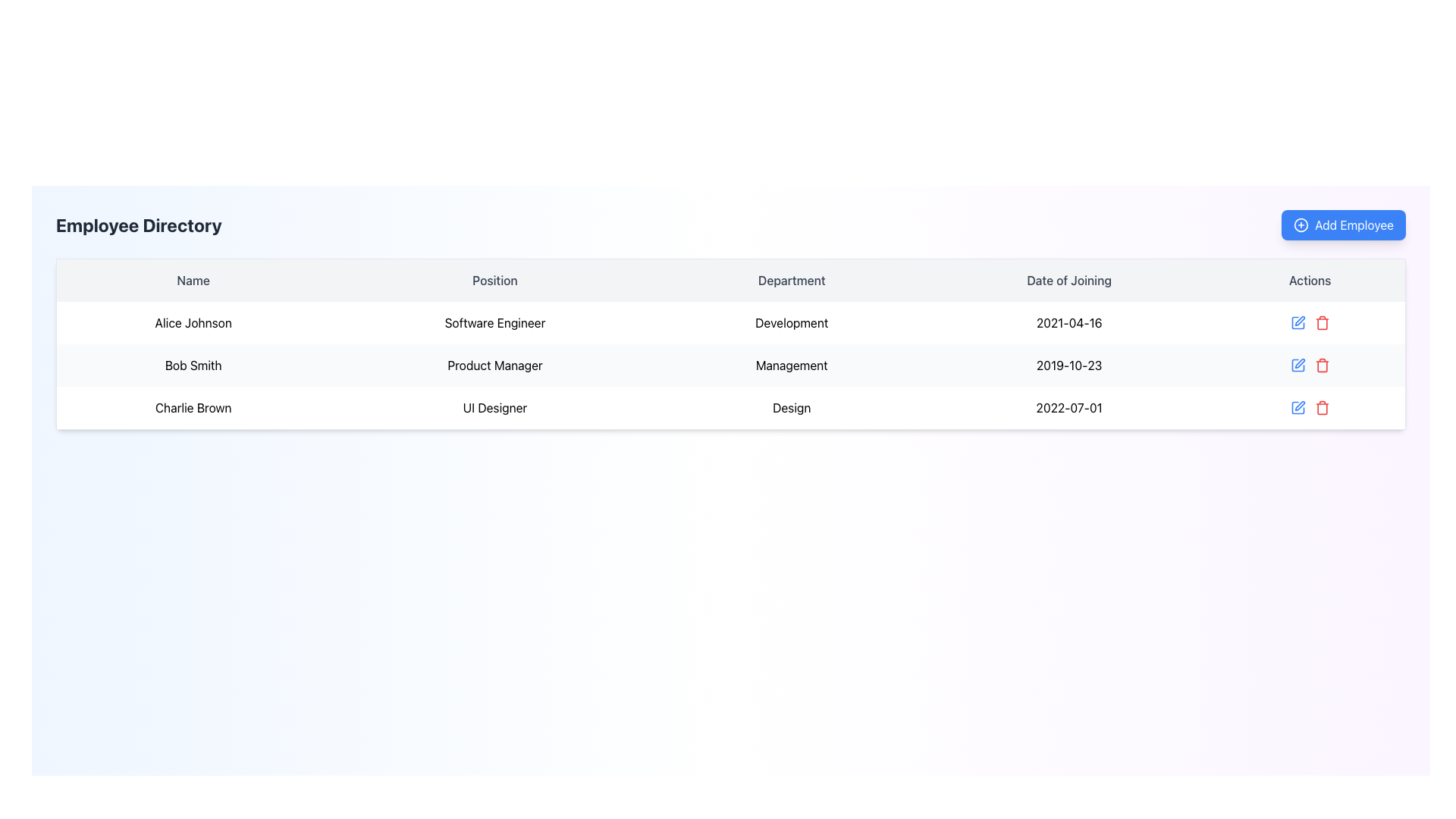 The width and height of the screenshot is (1456, 819). I want to click on the pen-shaped icon button for editing functionality located in the 'Actions' column of the last row of the employee directory table, so click(1299, 405).